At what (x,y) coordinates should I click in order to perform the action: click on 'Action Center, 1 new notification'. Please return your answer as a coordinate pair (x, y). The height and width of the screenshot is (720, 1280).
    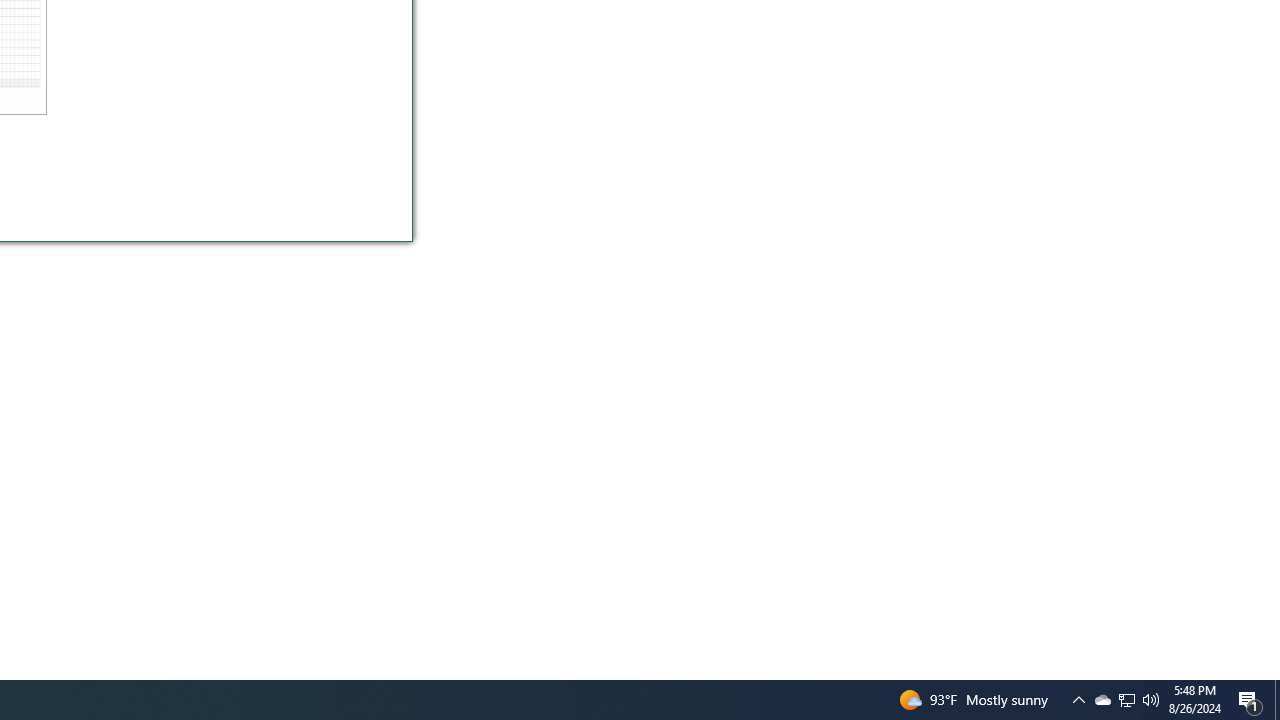
    Looking at the image, I should click on (1250, 698).